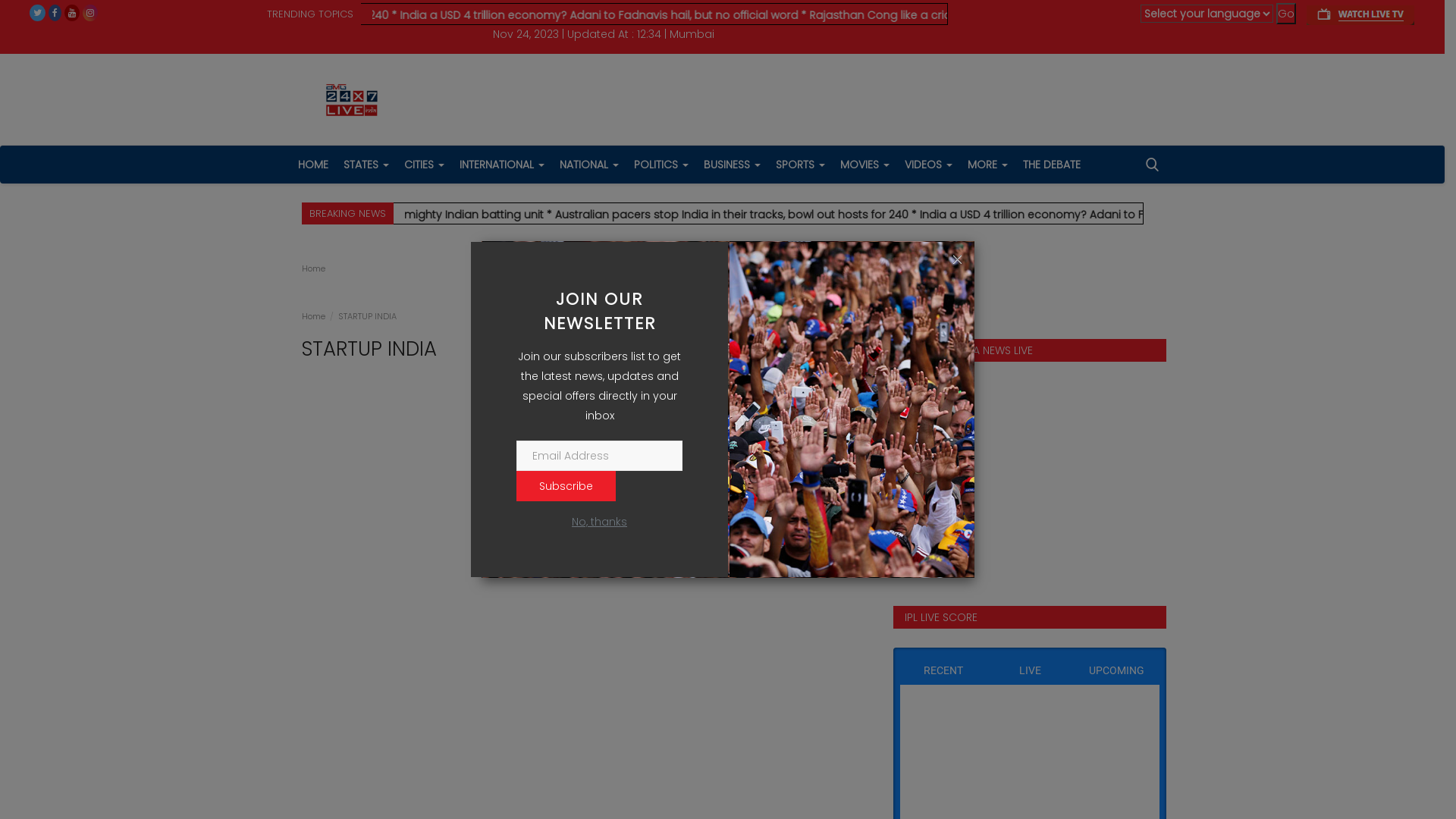 The width and height of the screenshot is (1456, 819). What do you see at coordinates (588, 164) in the screenshot?
I see `'NATIONAL'` at bounding box center [588, 164].